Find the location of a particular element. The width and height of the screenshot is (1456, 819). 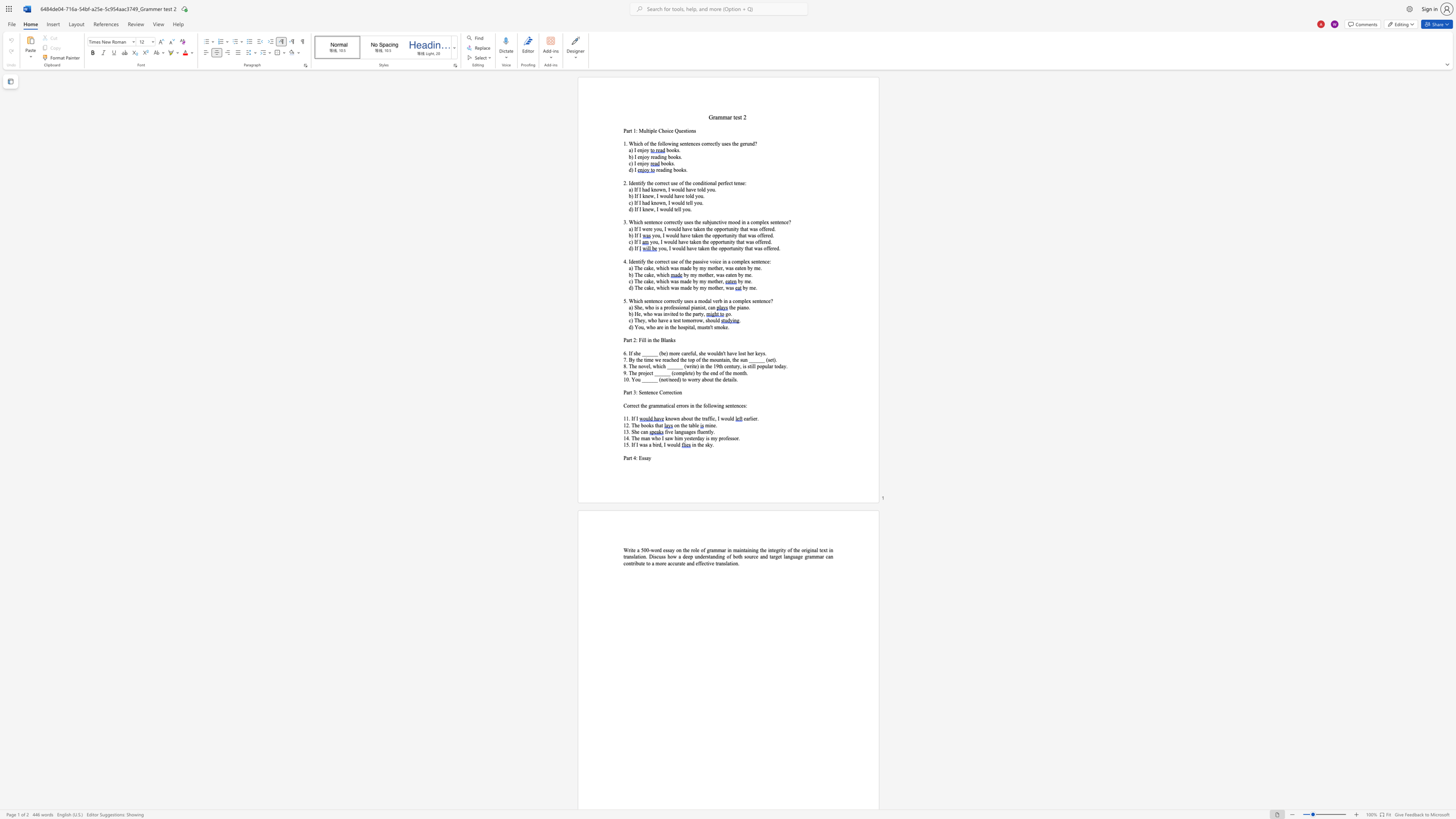

the subset text "rt 2: Fi" within the text "Part 2: Fill in the Blanks" is located at coordinates (629, 339).